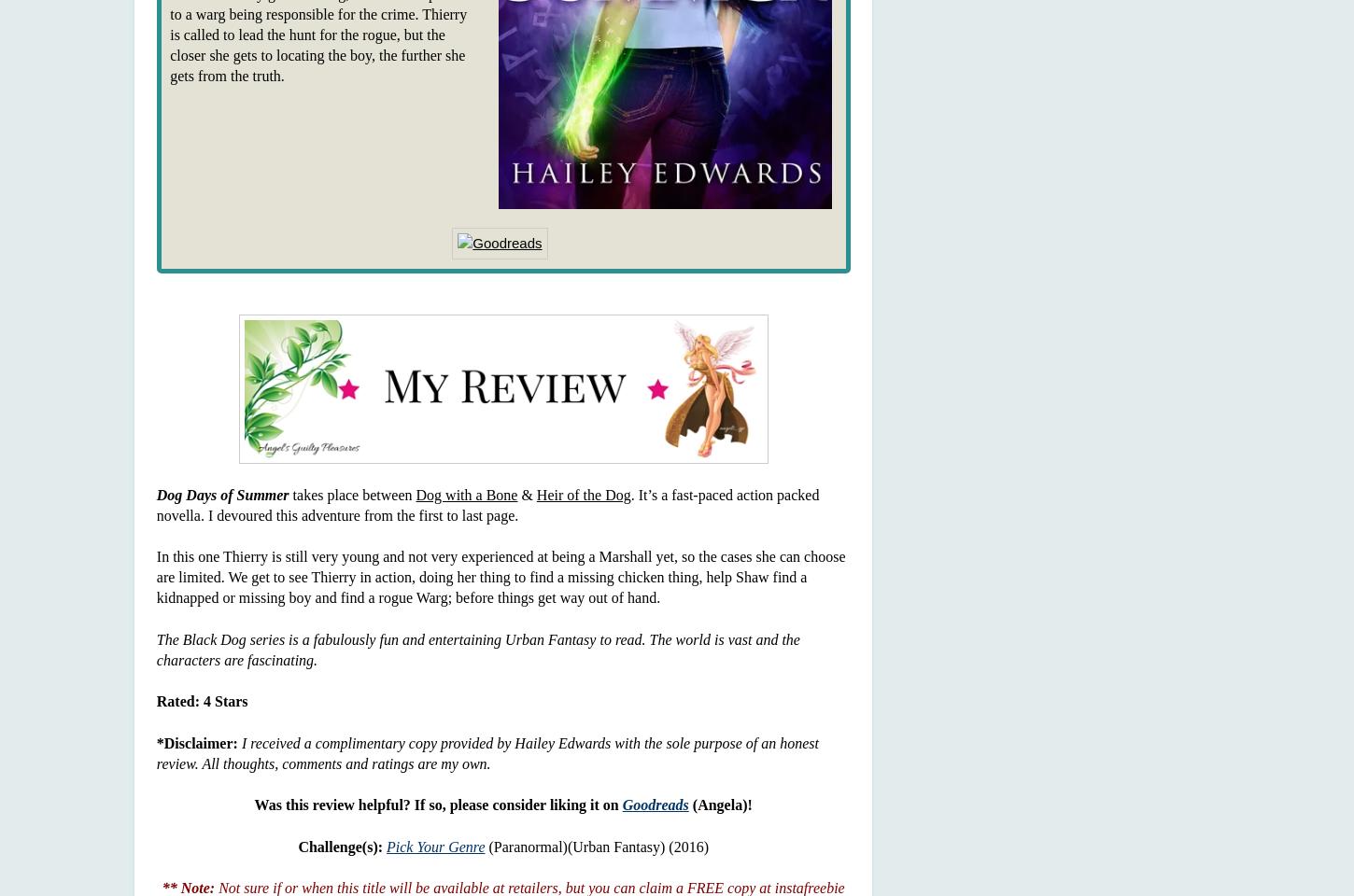  I want to click on 'Pick Your Genre', so click(434, 846).